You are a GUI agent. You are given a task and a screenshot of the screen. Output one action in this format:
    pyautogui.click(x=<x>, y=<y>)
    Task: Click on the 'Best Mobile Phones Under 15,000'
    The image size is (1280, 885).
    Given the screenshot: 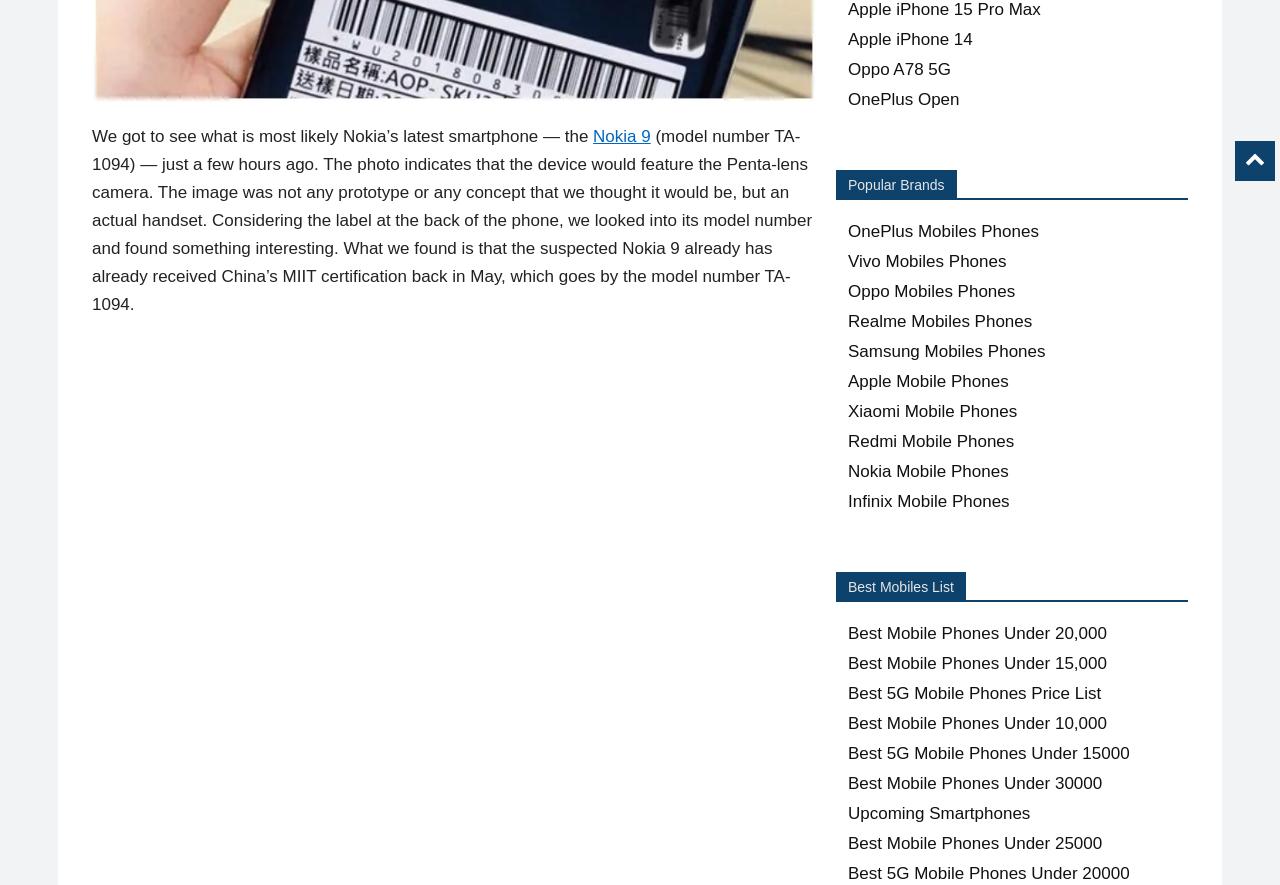 What is the action you would take?
    pyautogui.click(x=977, y=663)
    